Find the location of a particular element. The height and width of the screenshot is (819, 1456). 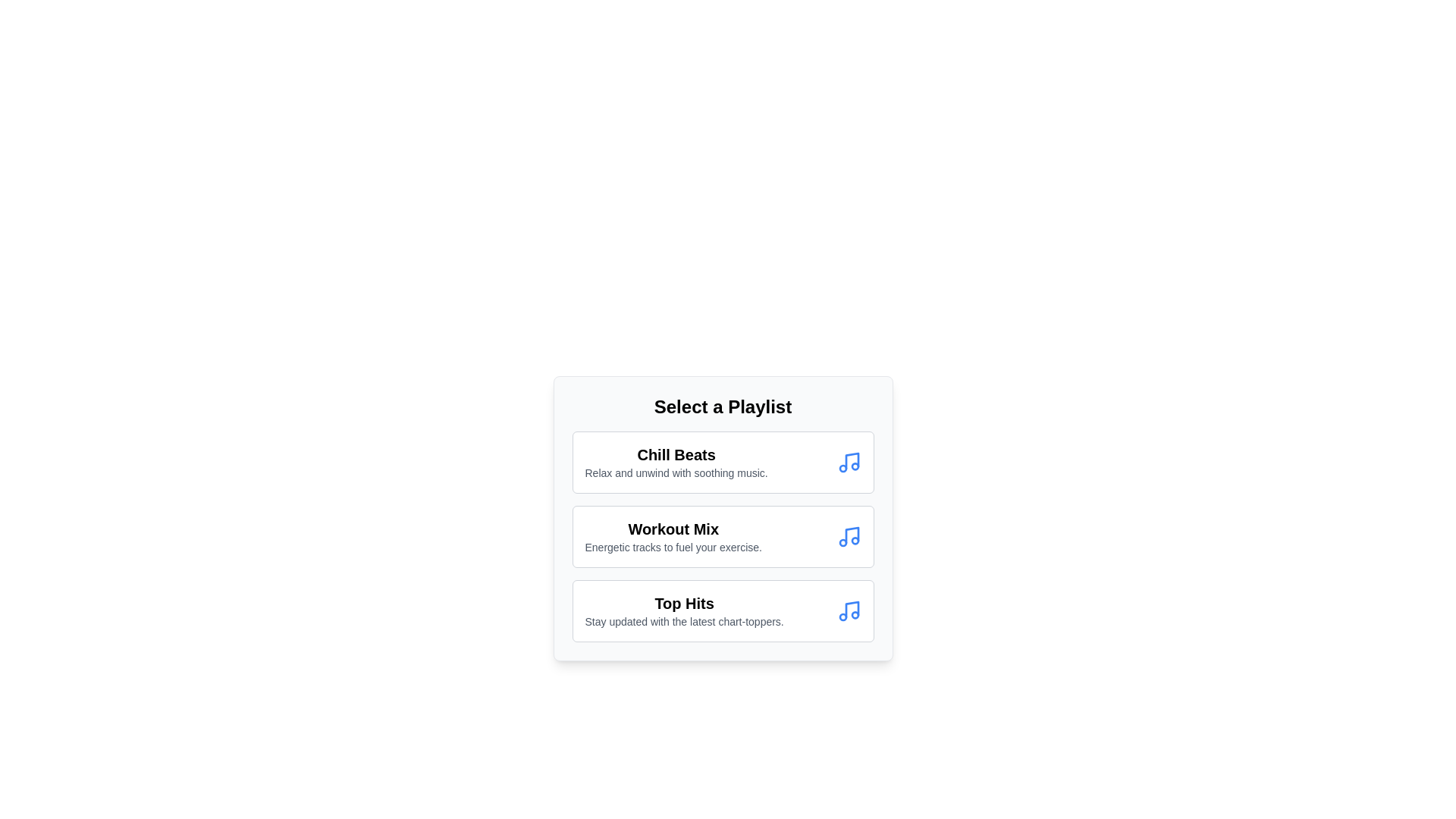

the first playlist option in the list below the heading 'Select a Playlist', which has a blue music icon to its right is located at coordinates (676, 461).